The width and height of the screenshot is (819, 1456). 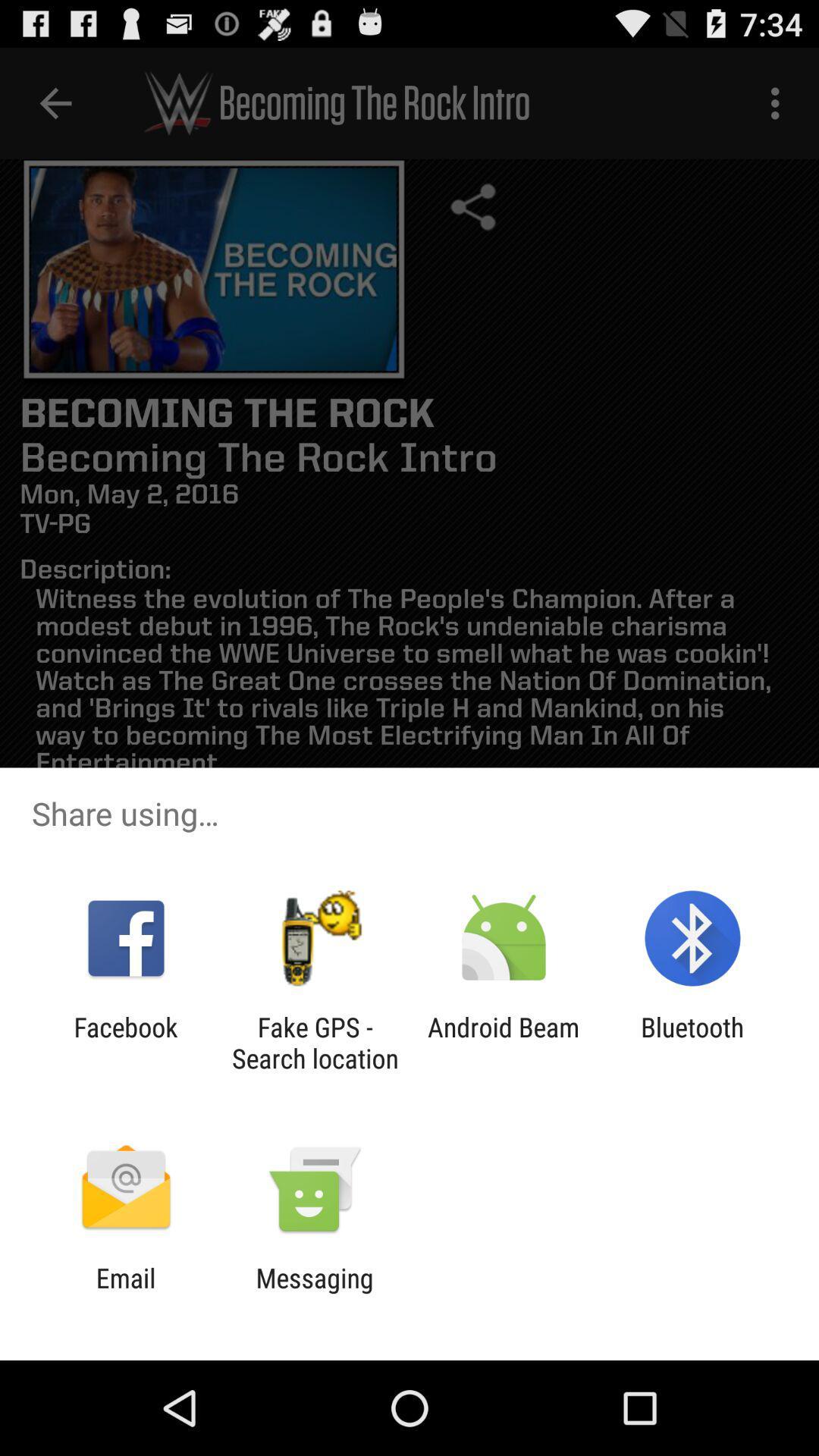 I want to click on icon next to the email item, so click(x=314, y=1293).